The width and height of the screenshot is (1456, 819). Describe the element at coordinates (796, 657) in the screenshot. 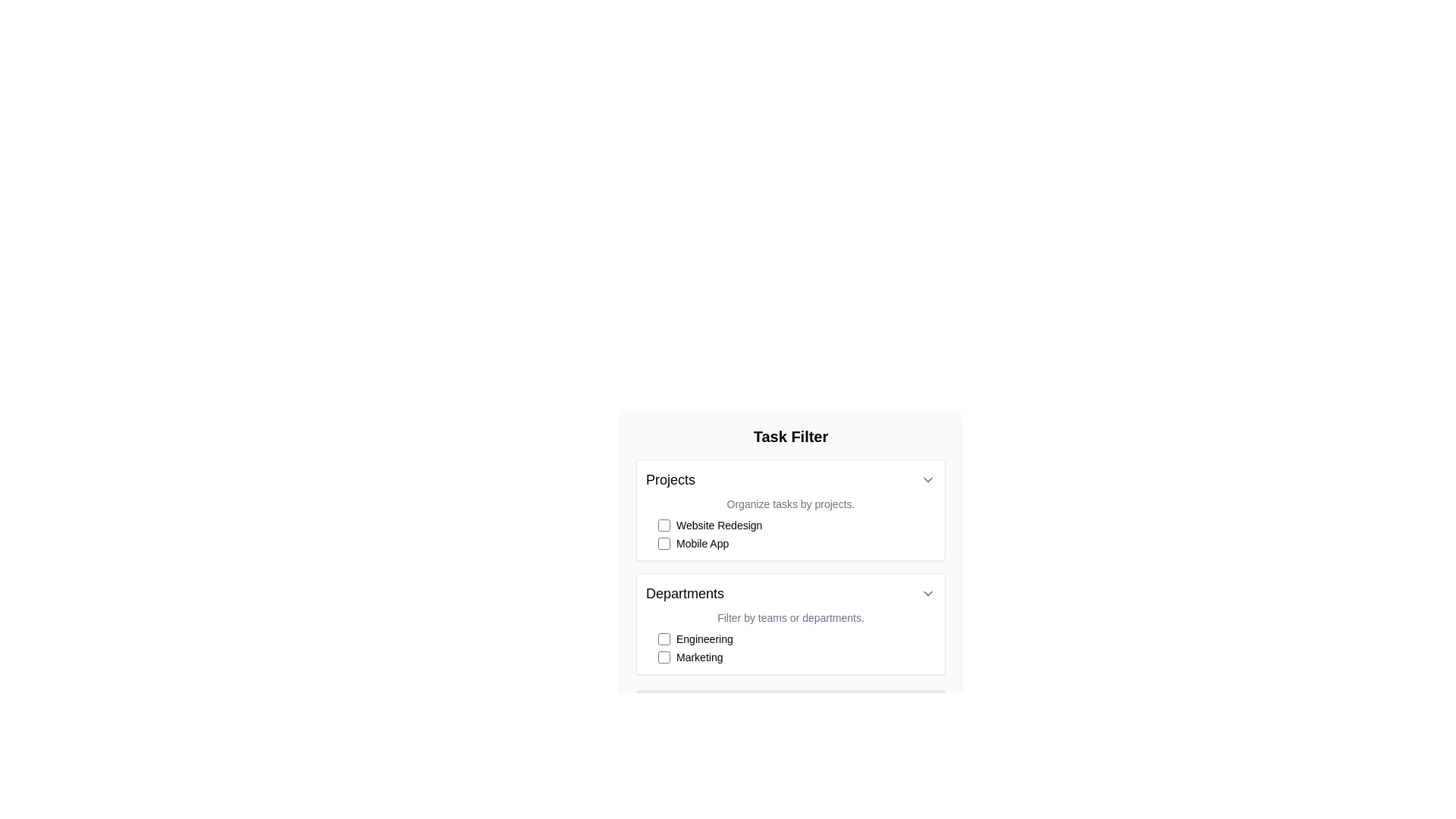

I see `the 'Marketing' department checkbox for keyboard navigation` at that location.